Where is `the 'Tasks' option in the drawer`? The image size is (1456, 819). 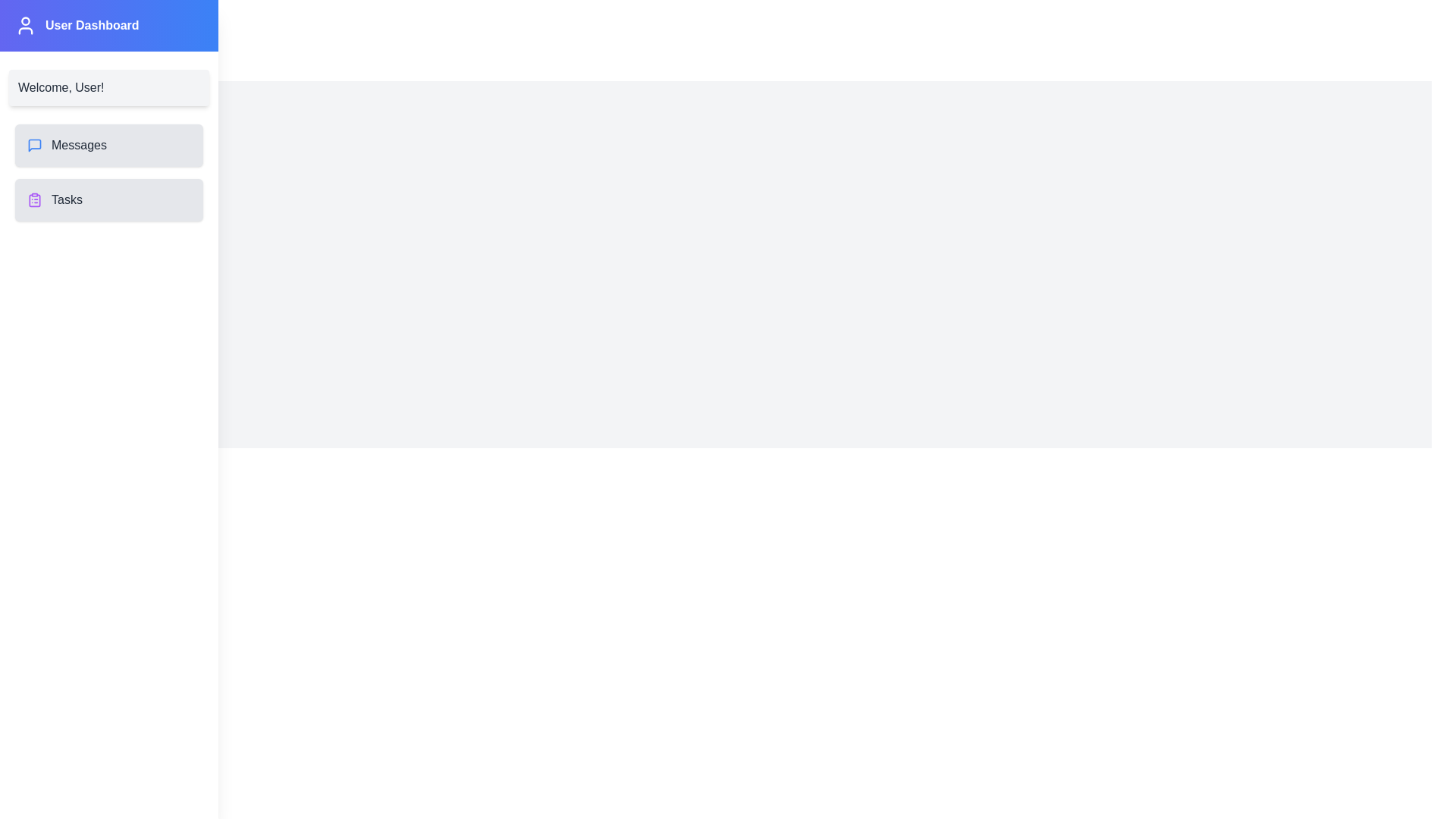
the 'Tasks' option in the drawer is located at coordinates (108, 199).